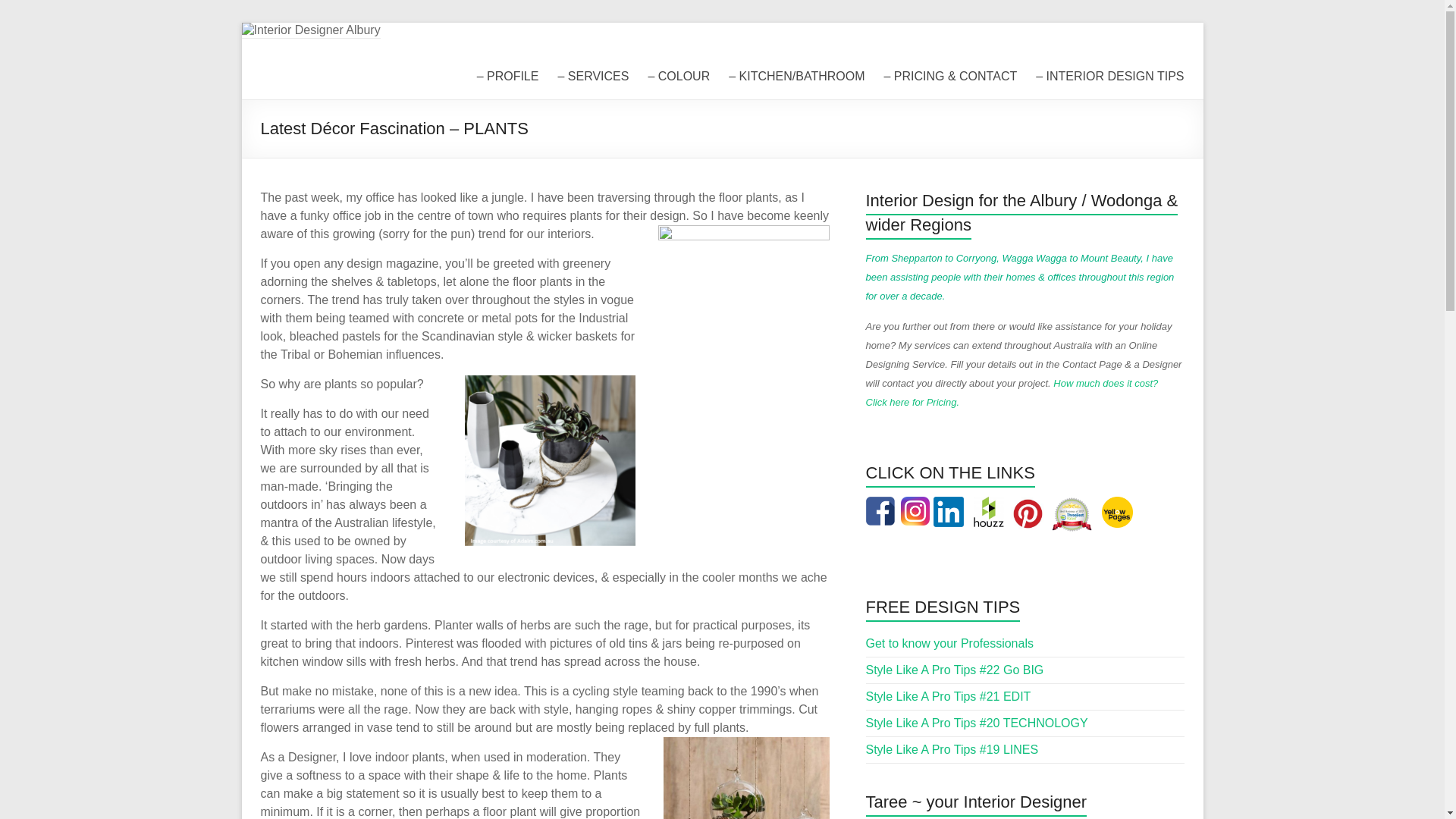 The width and height of the screenshot is (1456, 819). What do you see at coordinates (1119, 505) in the screenshot?
I see `' '` at bounding box center [1119, 505].